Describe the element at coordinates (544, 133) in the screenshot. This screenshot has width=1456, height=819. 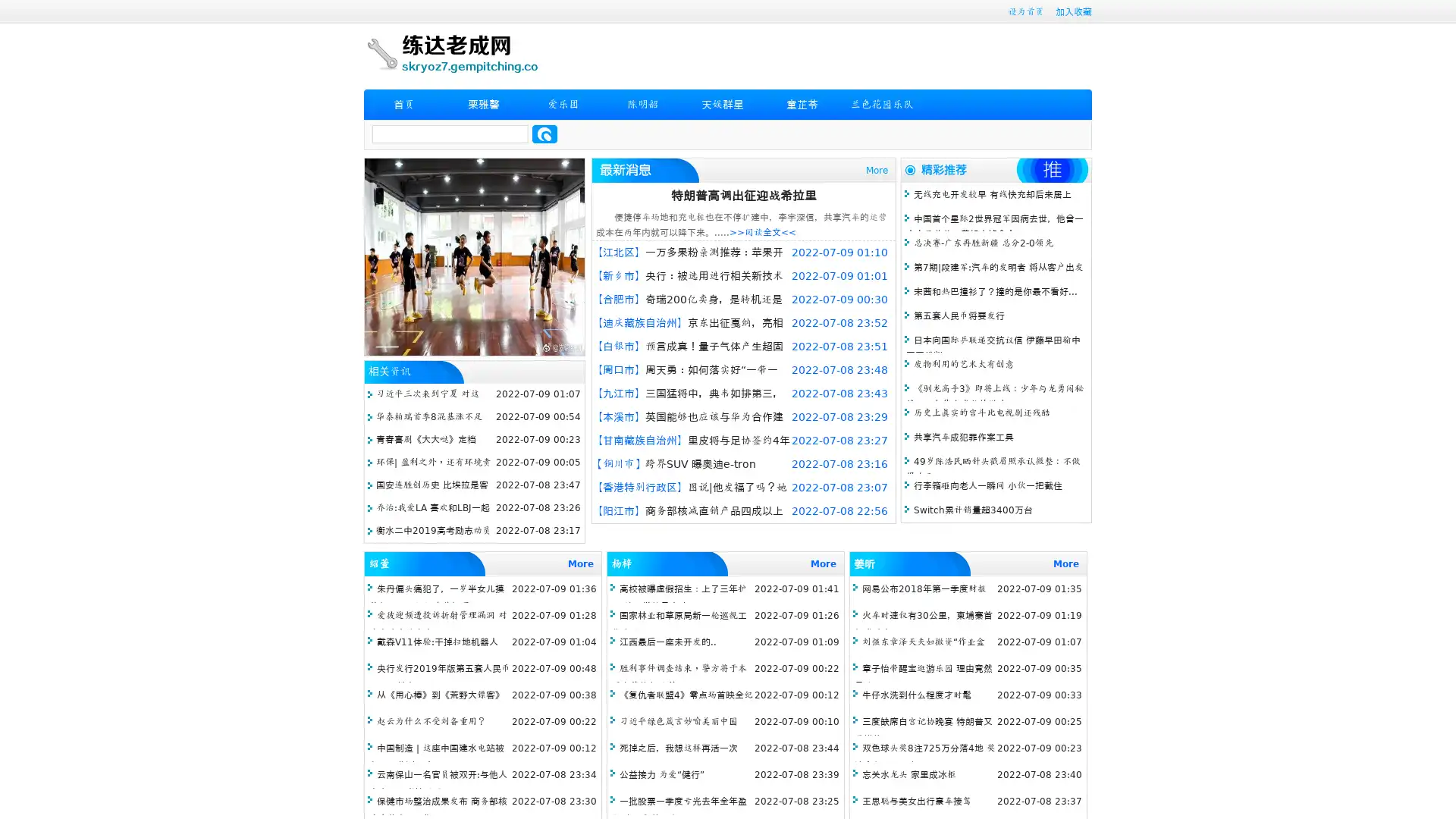
I see `Search` at that location.